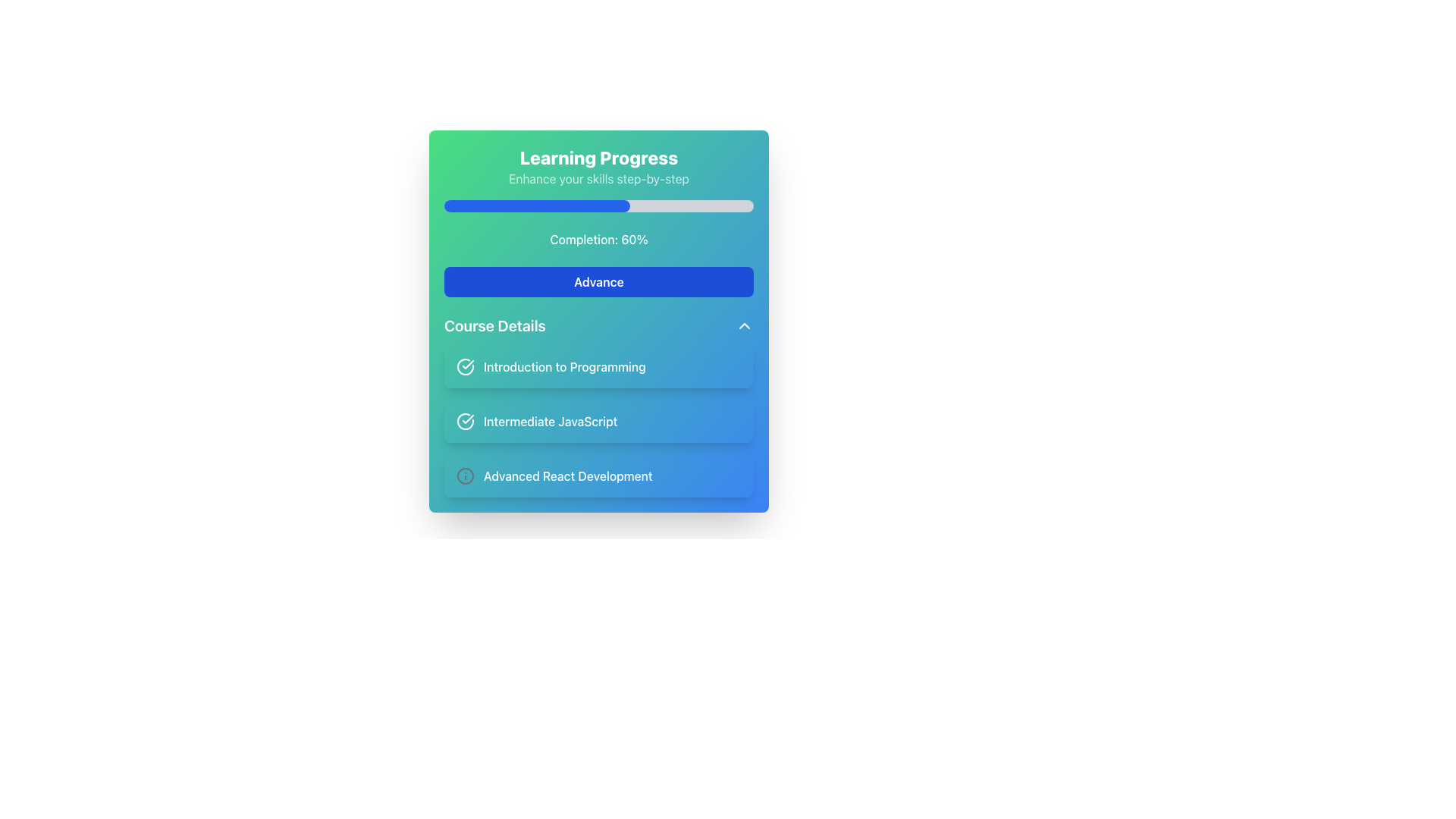 This screenshot has width=1456, height=819. I want to click on visual and textual content of the text box containing 'Advanced React Development' with a circular information icon on the left, located in the lower region of the course cards, so click(598, 475).